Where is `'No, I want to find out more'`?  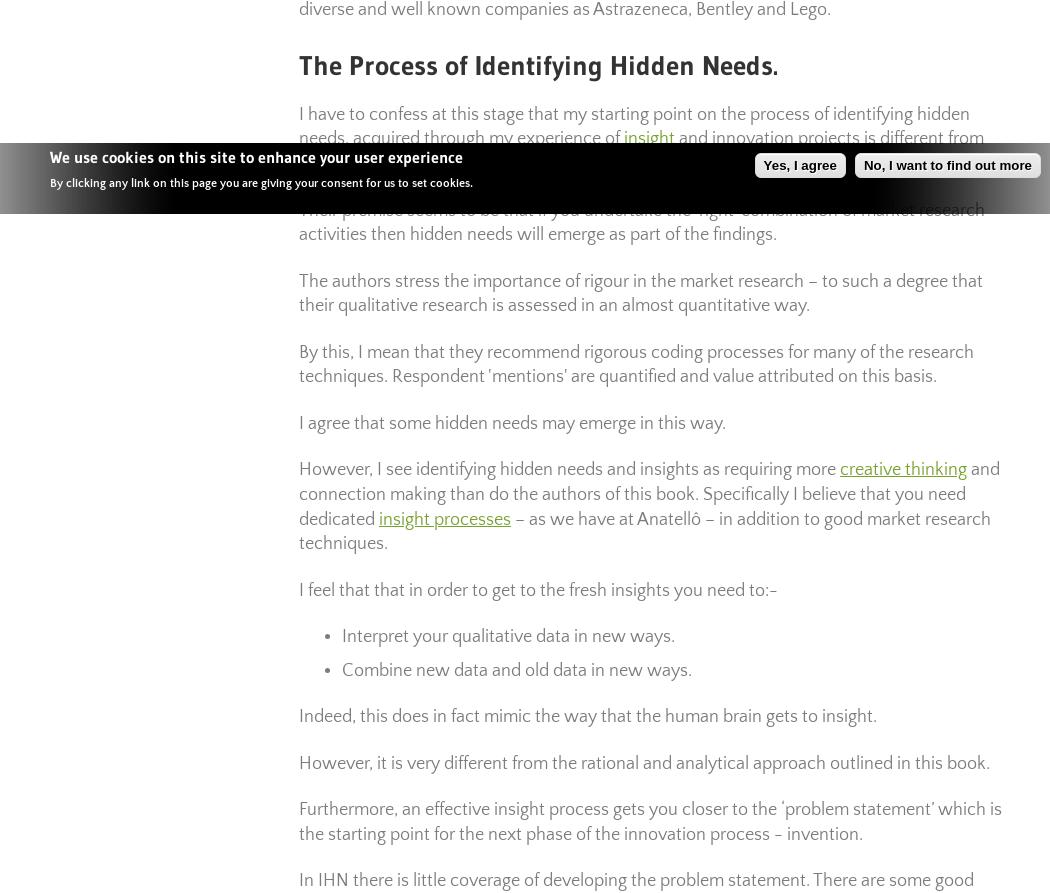 'No, I want to find out more' is located at coordinates (946, 164).